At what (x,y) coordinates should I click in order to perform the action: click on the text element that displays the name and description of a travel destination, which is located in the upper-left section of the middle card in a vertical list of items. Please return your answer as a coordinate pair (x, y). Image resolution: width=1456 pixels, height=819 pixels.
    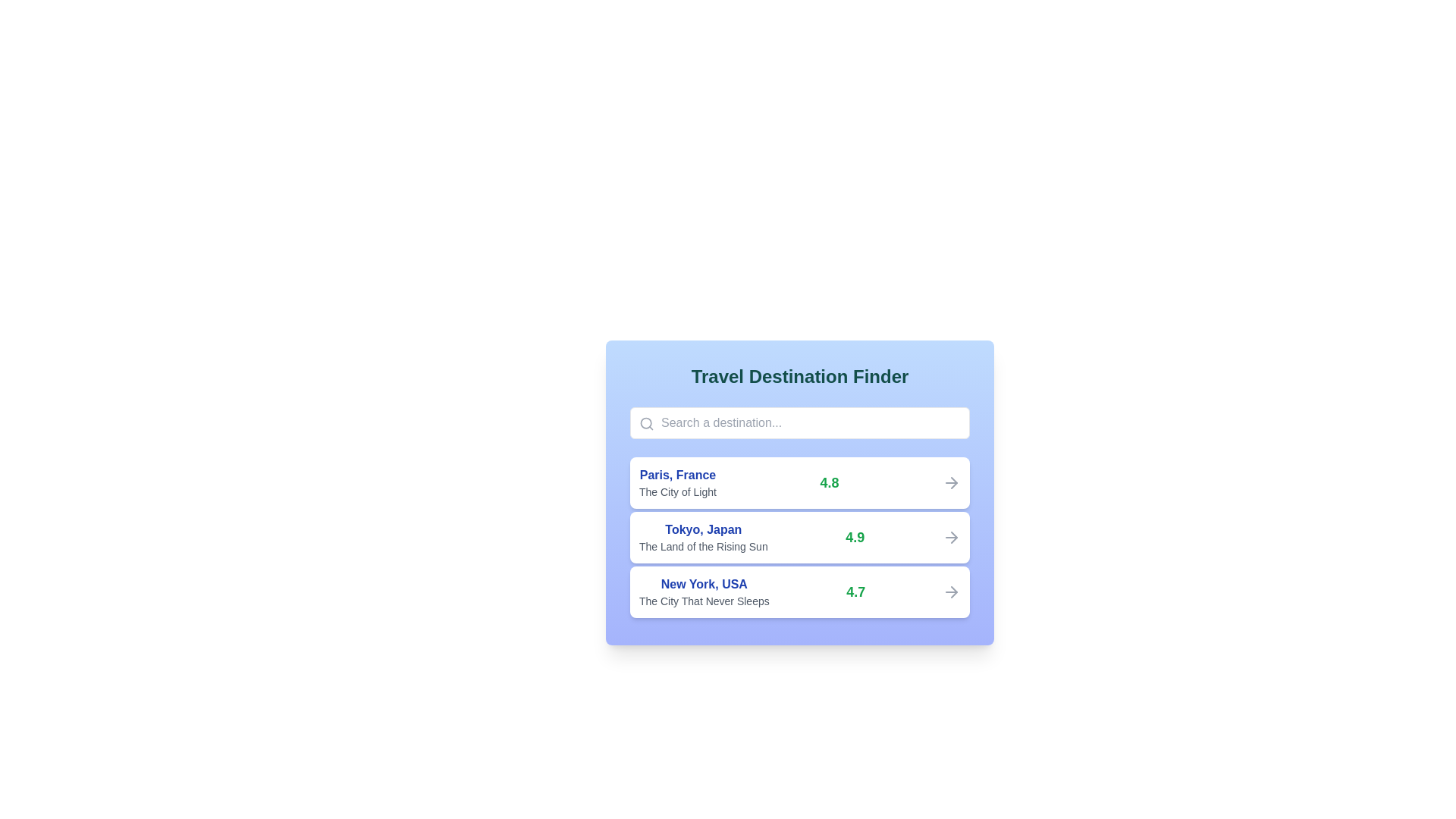
    Looking at the image, I should click on (702, 537).